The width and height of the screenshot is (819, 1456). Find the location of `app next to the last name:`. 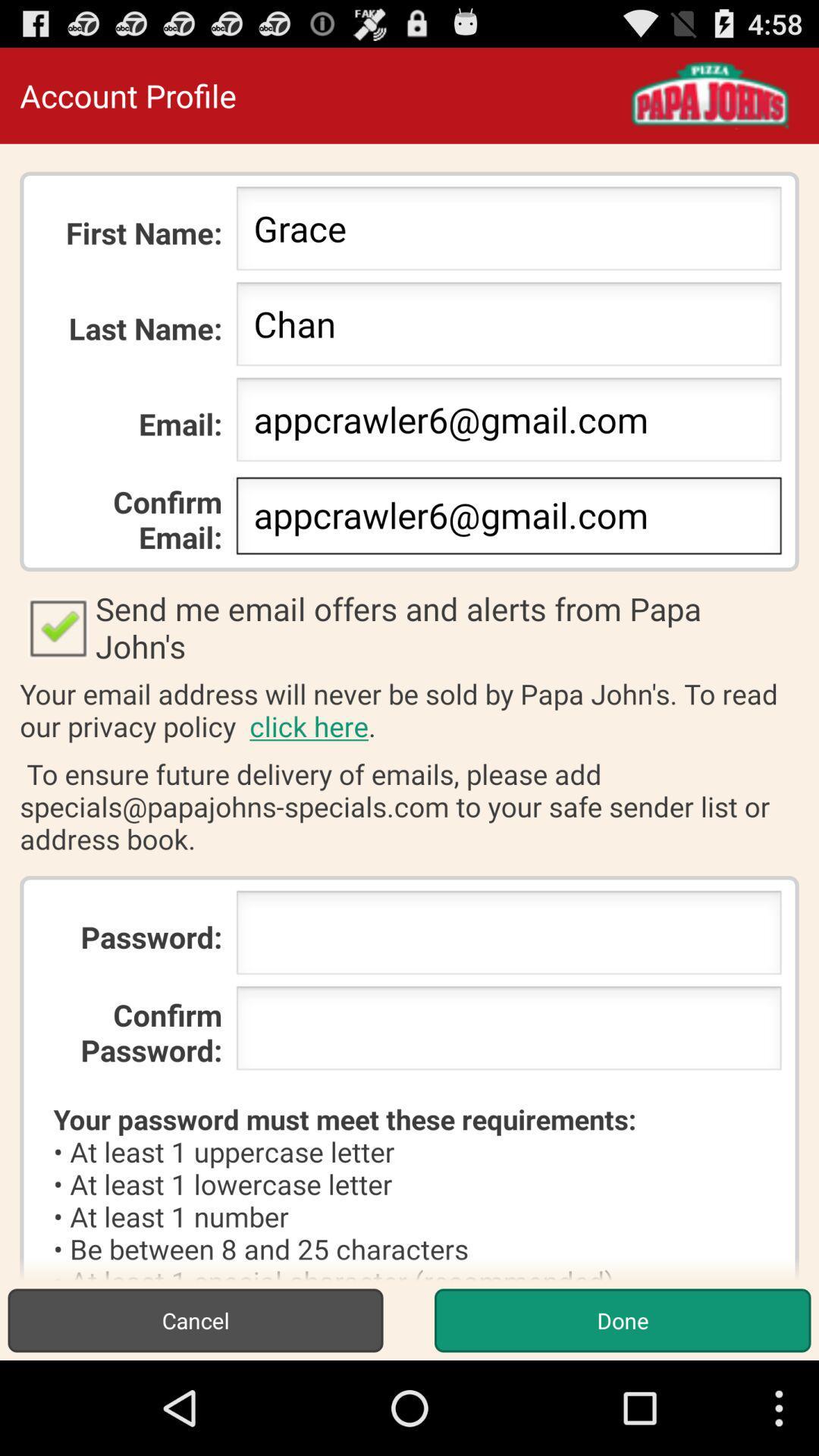

app next to the last name: is located at coordinates (509, 328).